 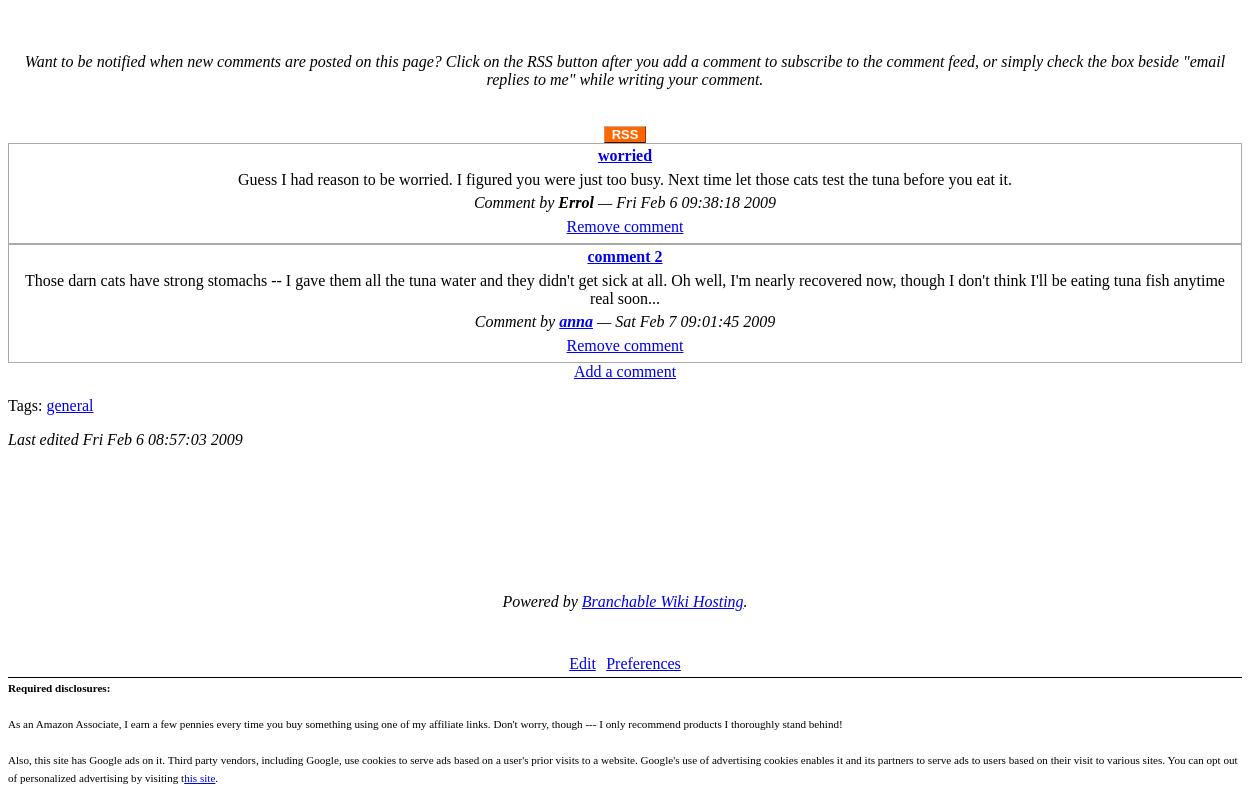 I want to click on 'Also, this site has Google ads on it. Third party vendors, including
Google, use cookies to serve ads based on a user's prior visits to a
website. Google's use of advertising cookies enables it and its
partners to serve ads to users based on their visit to various sites.
You can opt out of personalized advertising by visiting t', so click(x=621, y=768).